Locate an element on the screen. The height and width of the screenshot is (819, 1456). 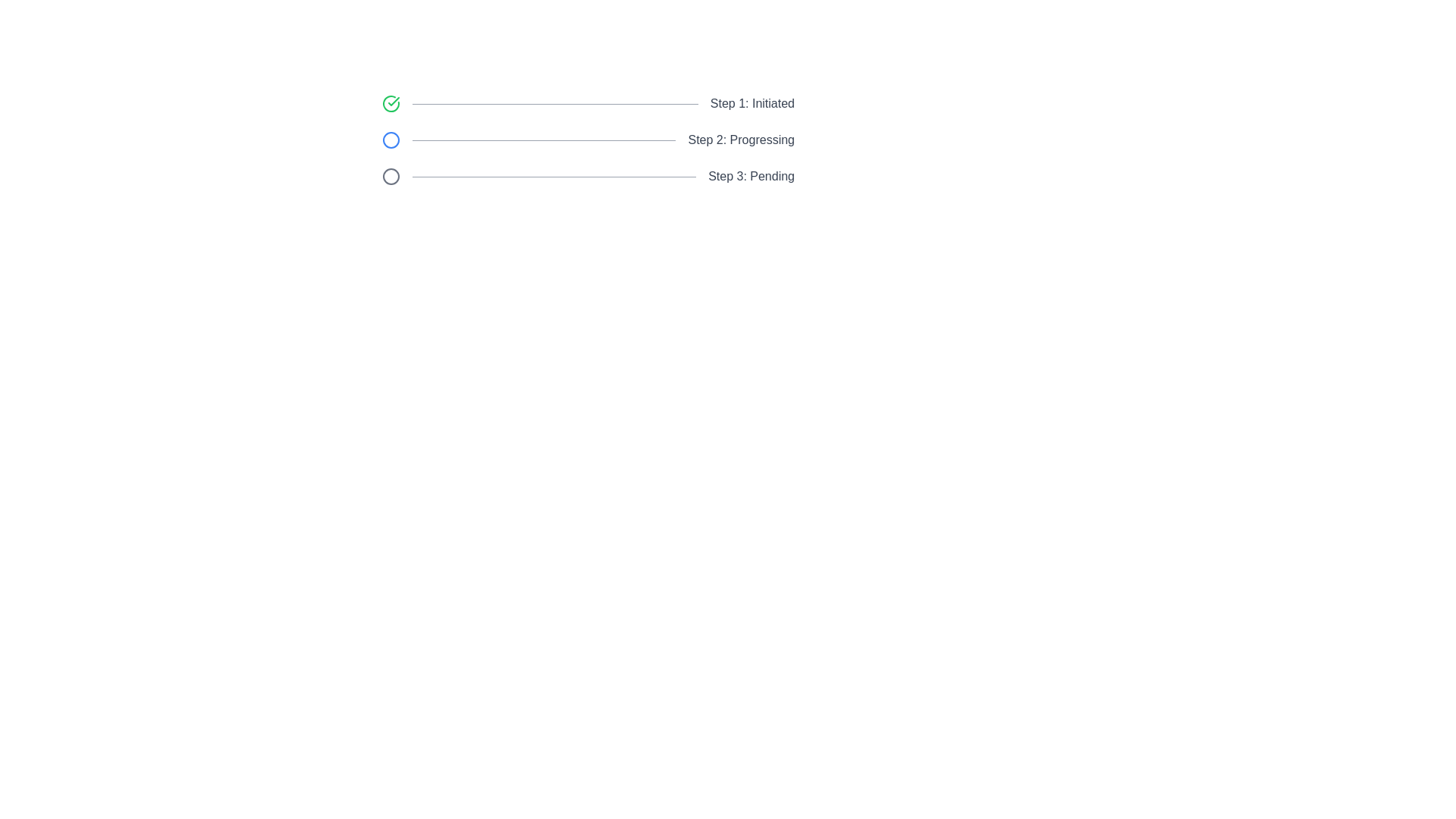
step name from the Progress Step Indicator, which is the second of three indicators displaying 'Step 2: Progressing' is located at coordinates (588, 140).